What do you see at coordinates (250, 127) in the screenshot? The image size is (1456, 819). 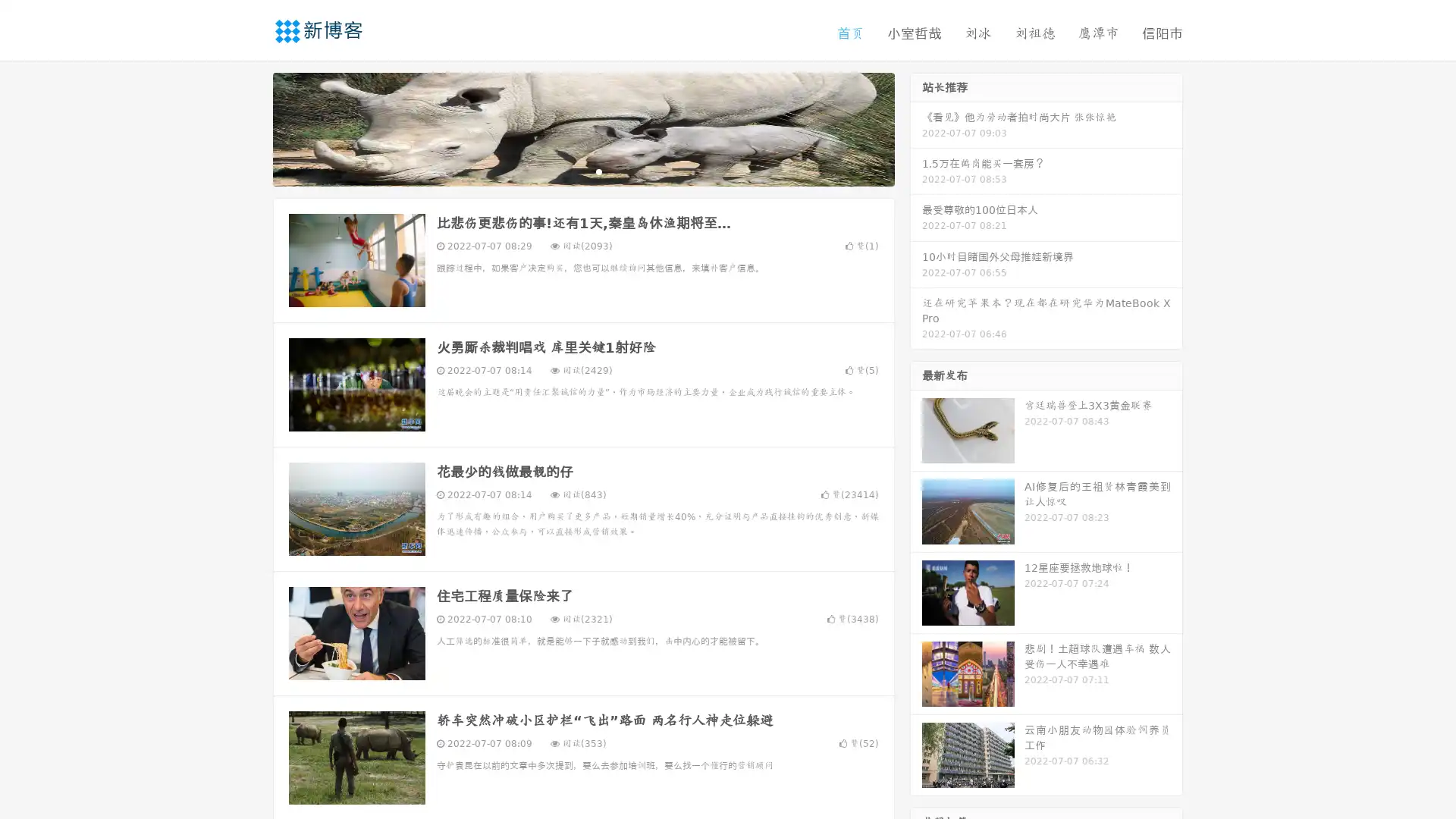 I see `Previous slide` at bounding box center [250, 127].